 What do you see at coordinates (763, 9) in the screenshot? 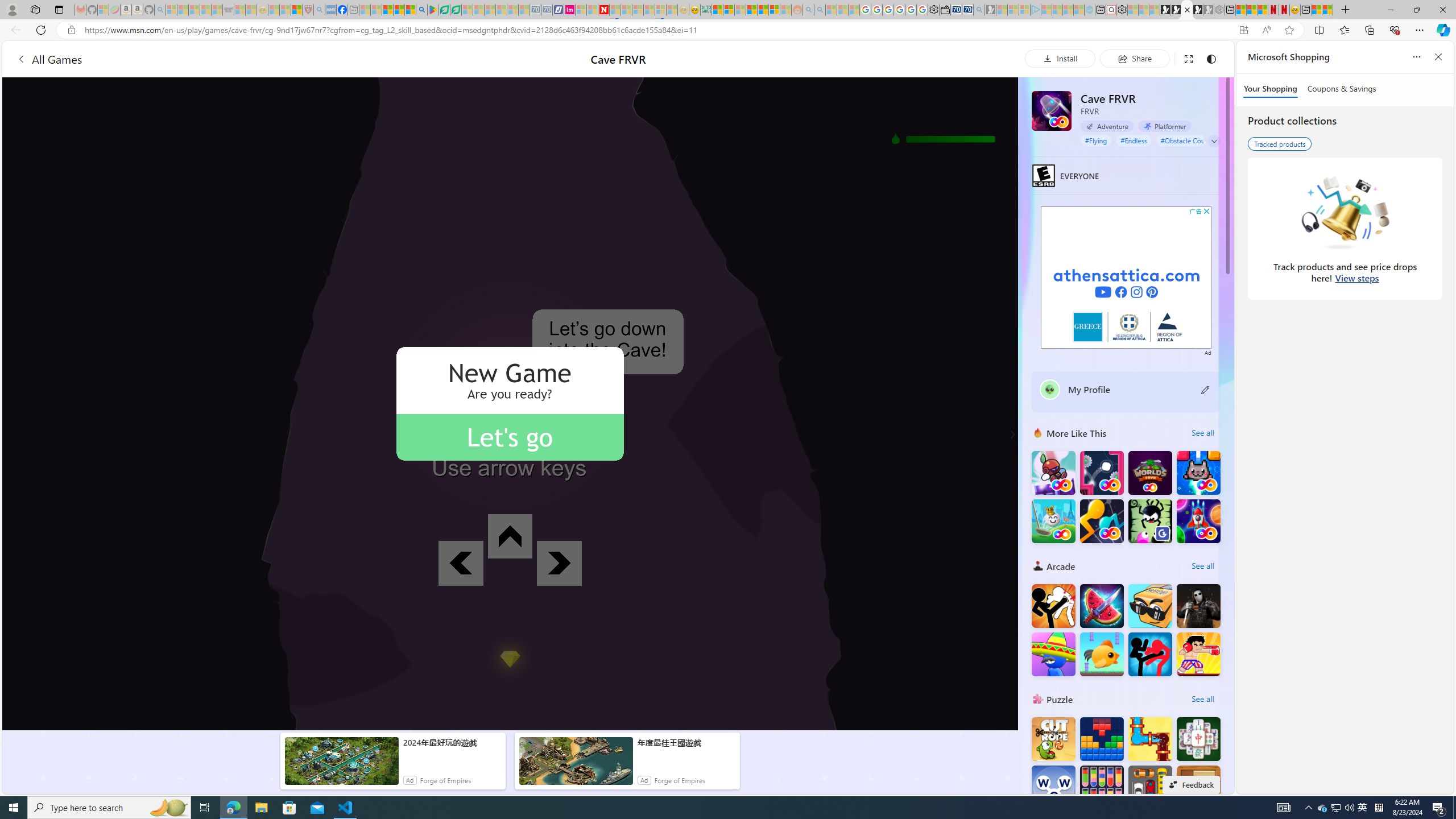
I see `'Kinda Frugal - MSN'` at bounding box center [763, 9].